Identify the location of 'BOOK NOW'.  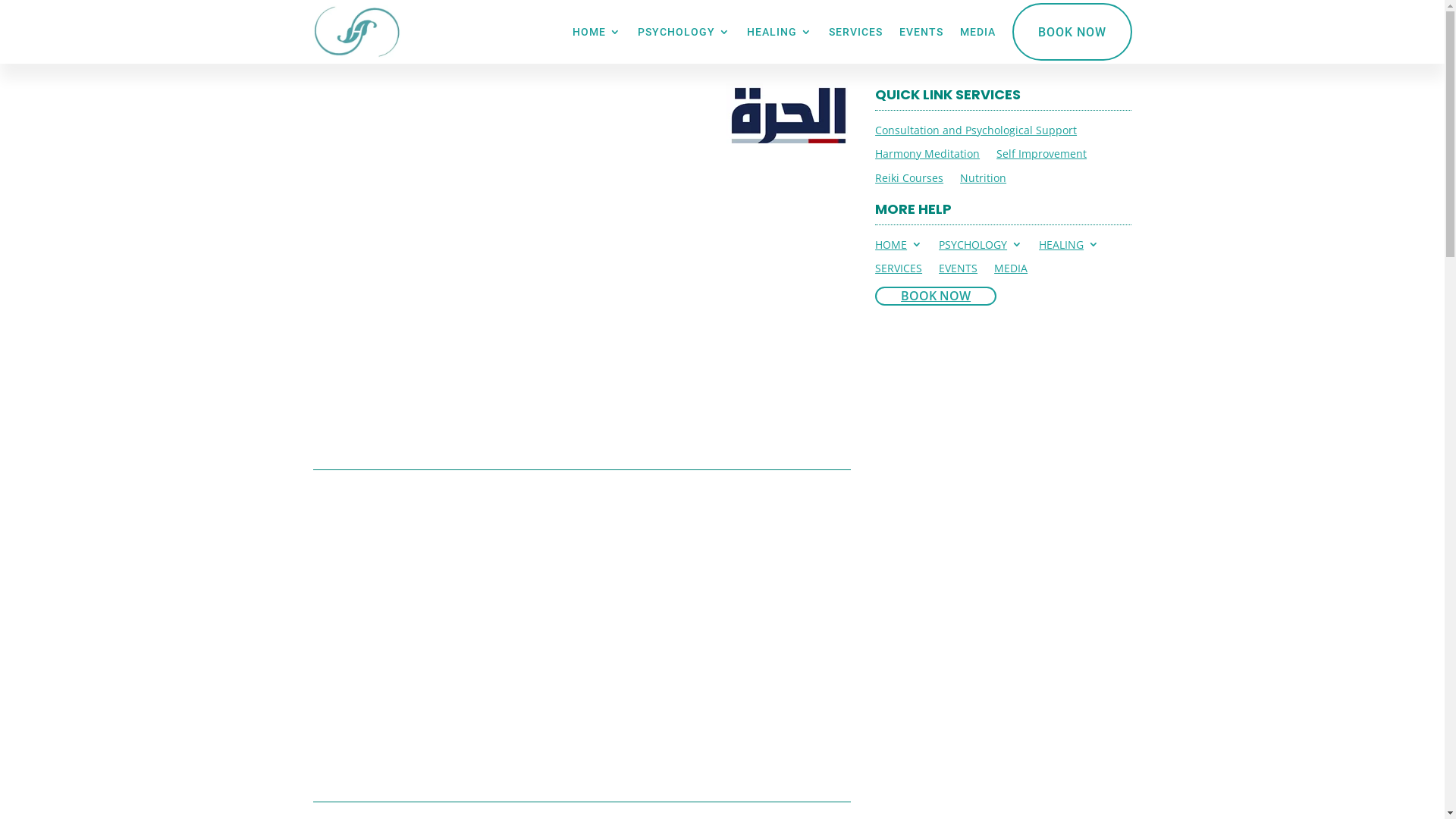
(1012, 32).